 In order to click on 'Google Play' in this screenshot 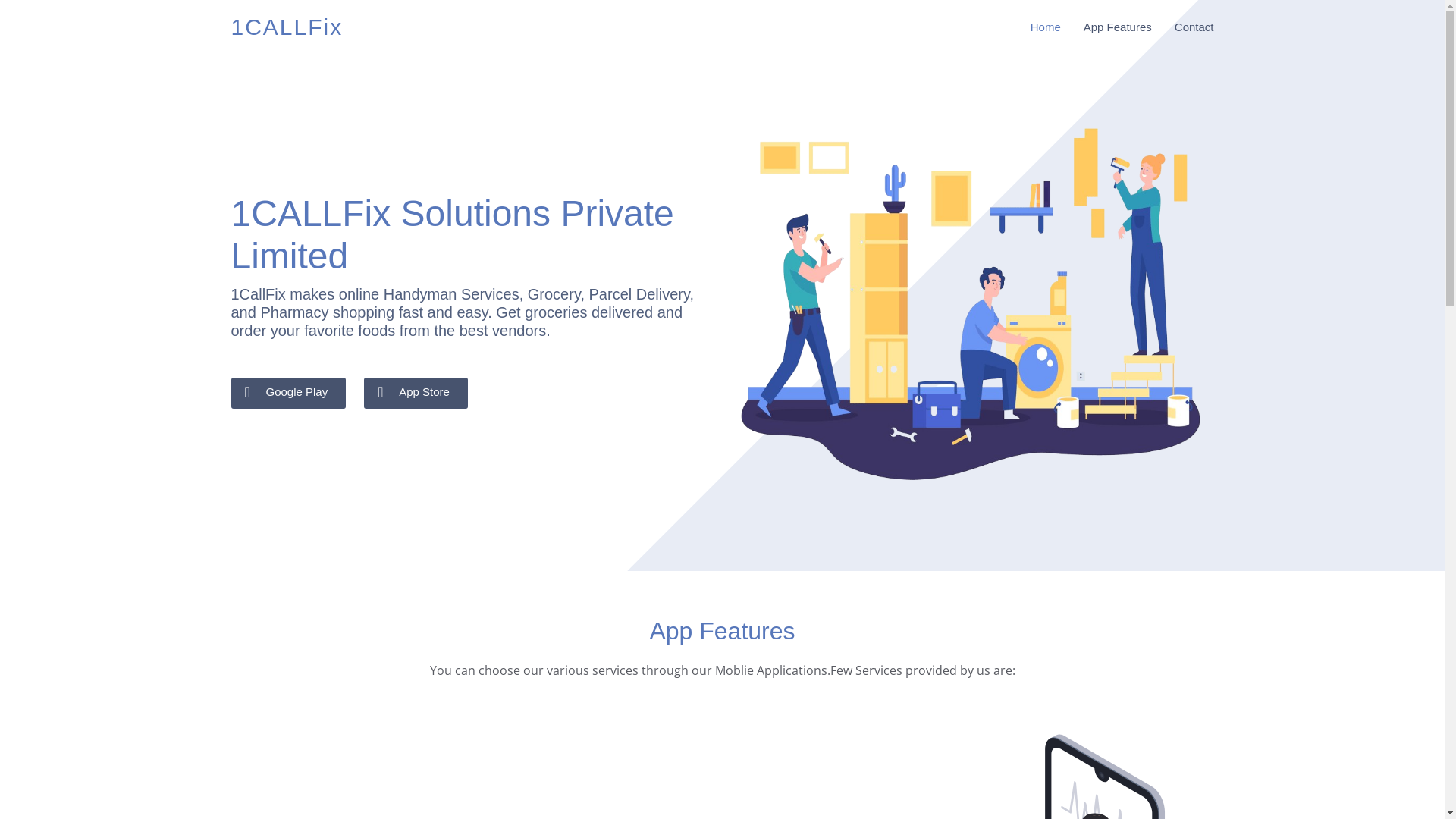, I will do `click(287, 392)`.